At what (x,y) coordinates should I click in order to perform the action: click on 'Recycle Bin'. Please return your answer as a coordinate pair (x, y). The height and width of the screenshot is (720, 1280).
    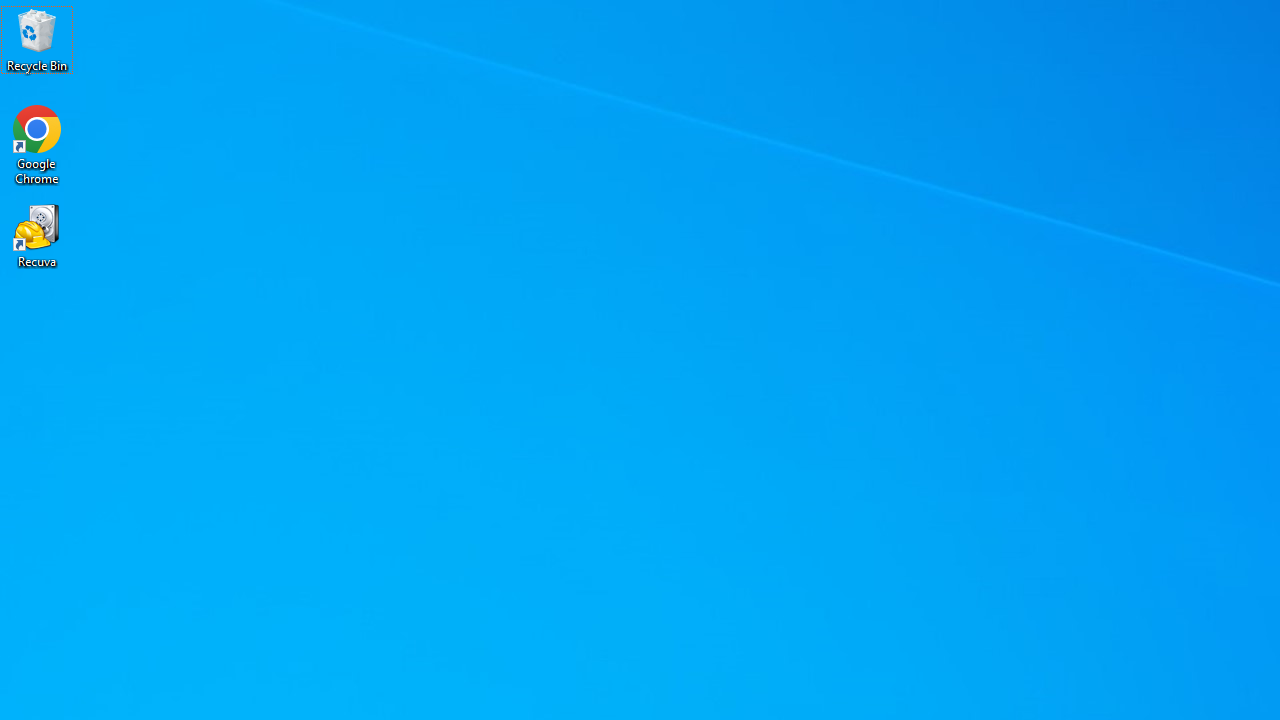
    Looking at the image, I should click on (37, 39).